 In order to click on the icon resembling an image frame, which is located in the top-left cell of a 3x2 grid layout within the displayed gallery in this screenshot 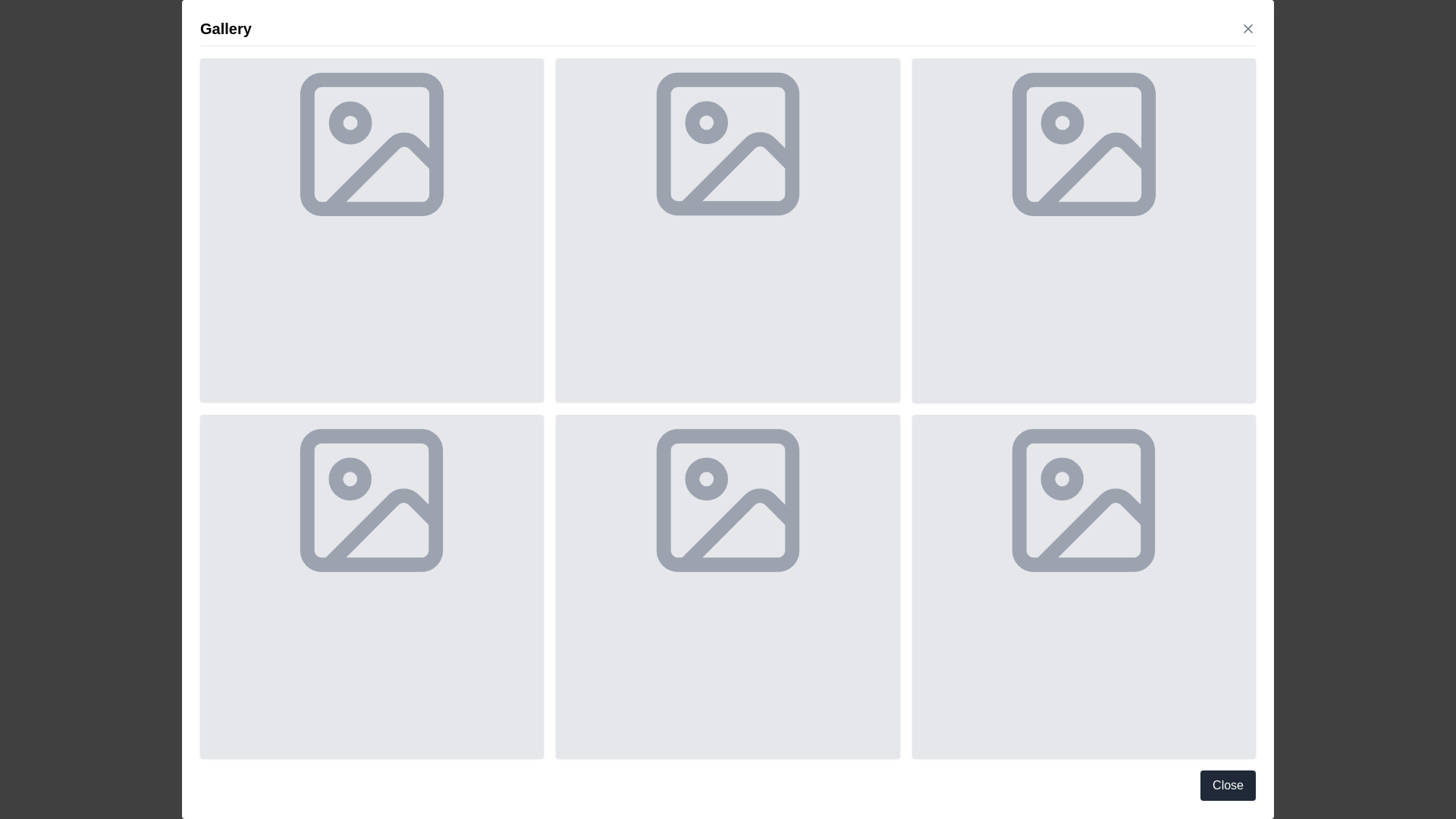, I will do `click(372, 144)`.